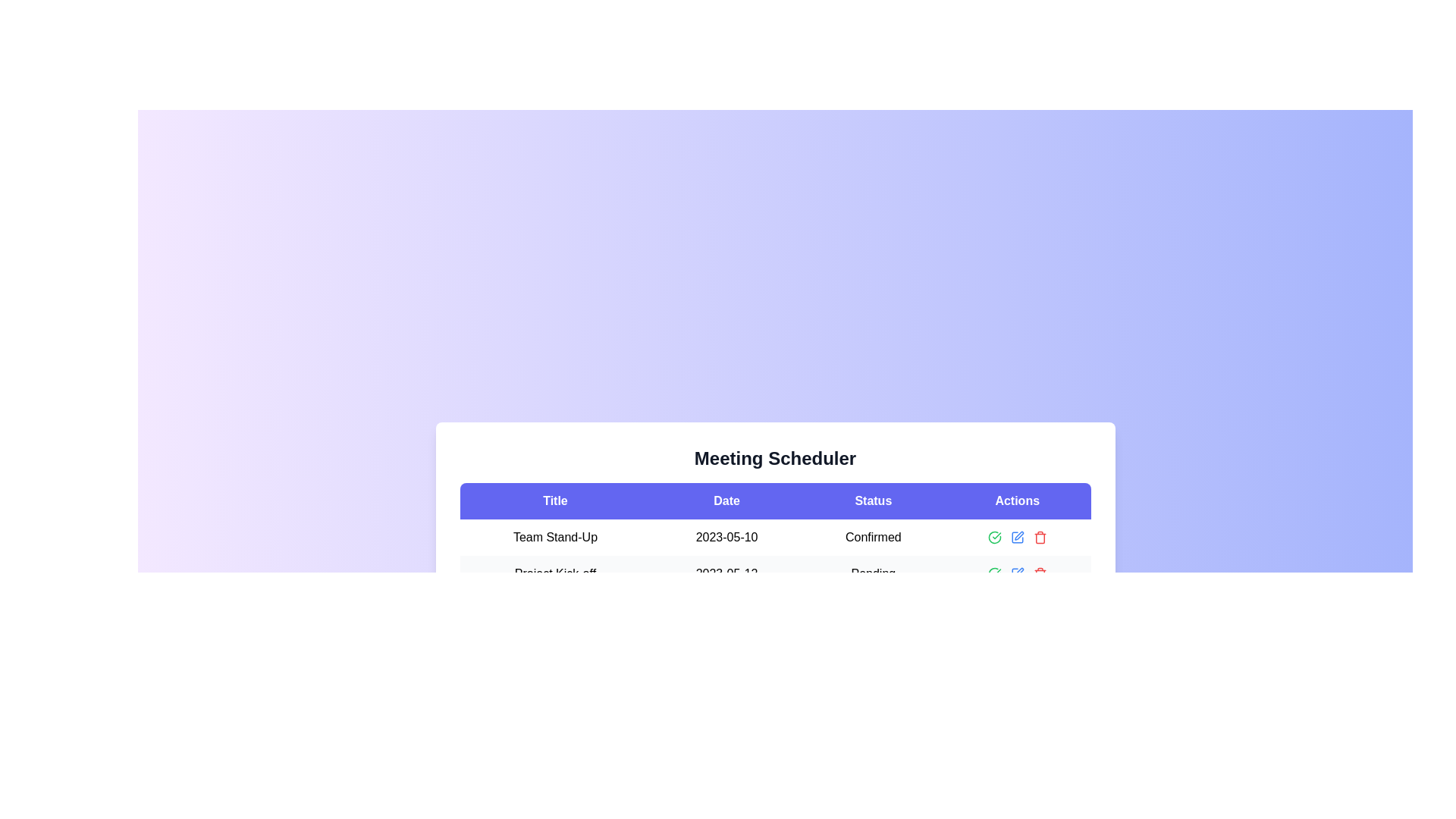  What do you see at coordinates (1017, 500) in the screenshot?
I see `the 'Actions' tab, which is the fourth tab in a horizontal row of headers at the top-right portion of the table` at bounding box center [1017, 500].